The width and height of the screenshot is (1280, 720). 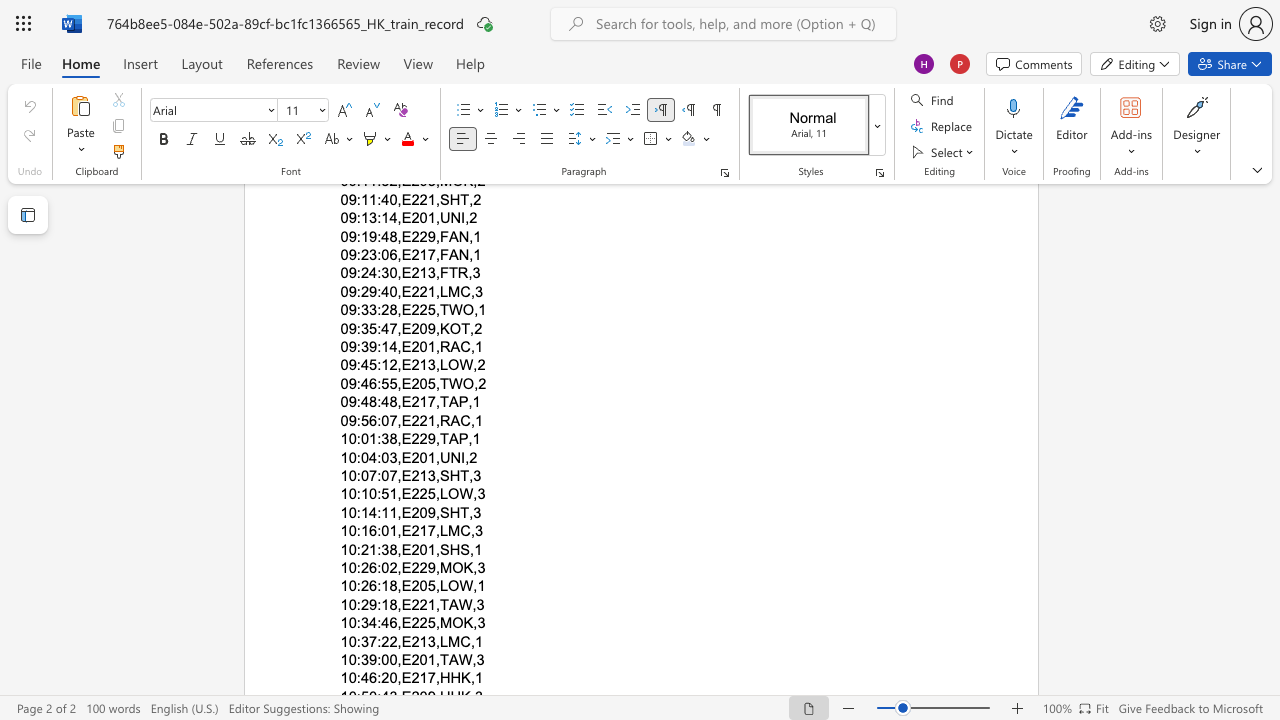 I want to click on the subset text ",3" within the text "10:29:18,E221,TAW,3", so click(x=471, y=603).